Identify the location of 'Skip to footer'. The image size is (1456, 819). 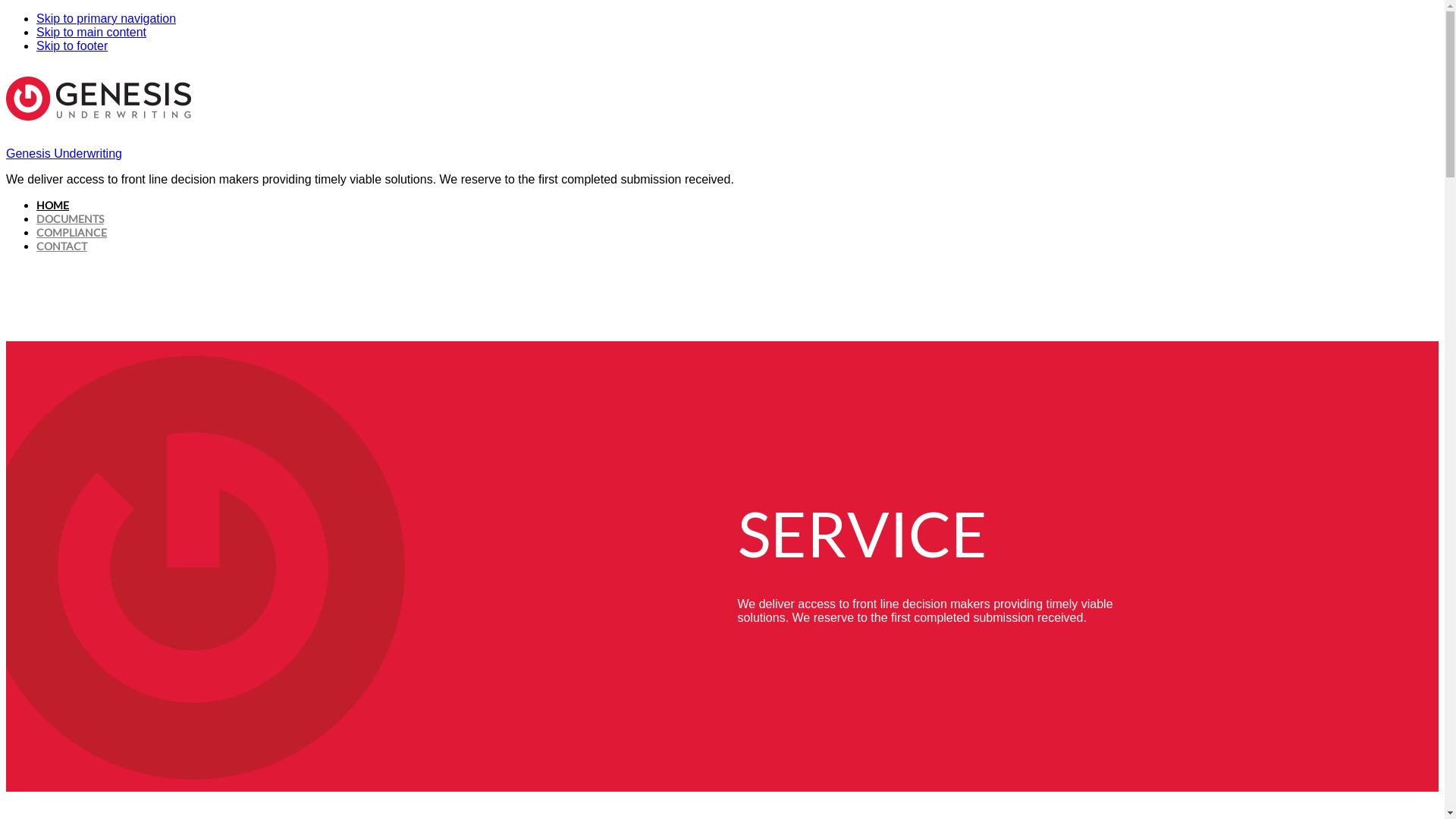
(36, 45).